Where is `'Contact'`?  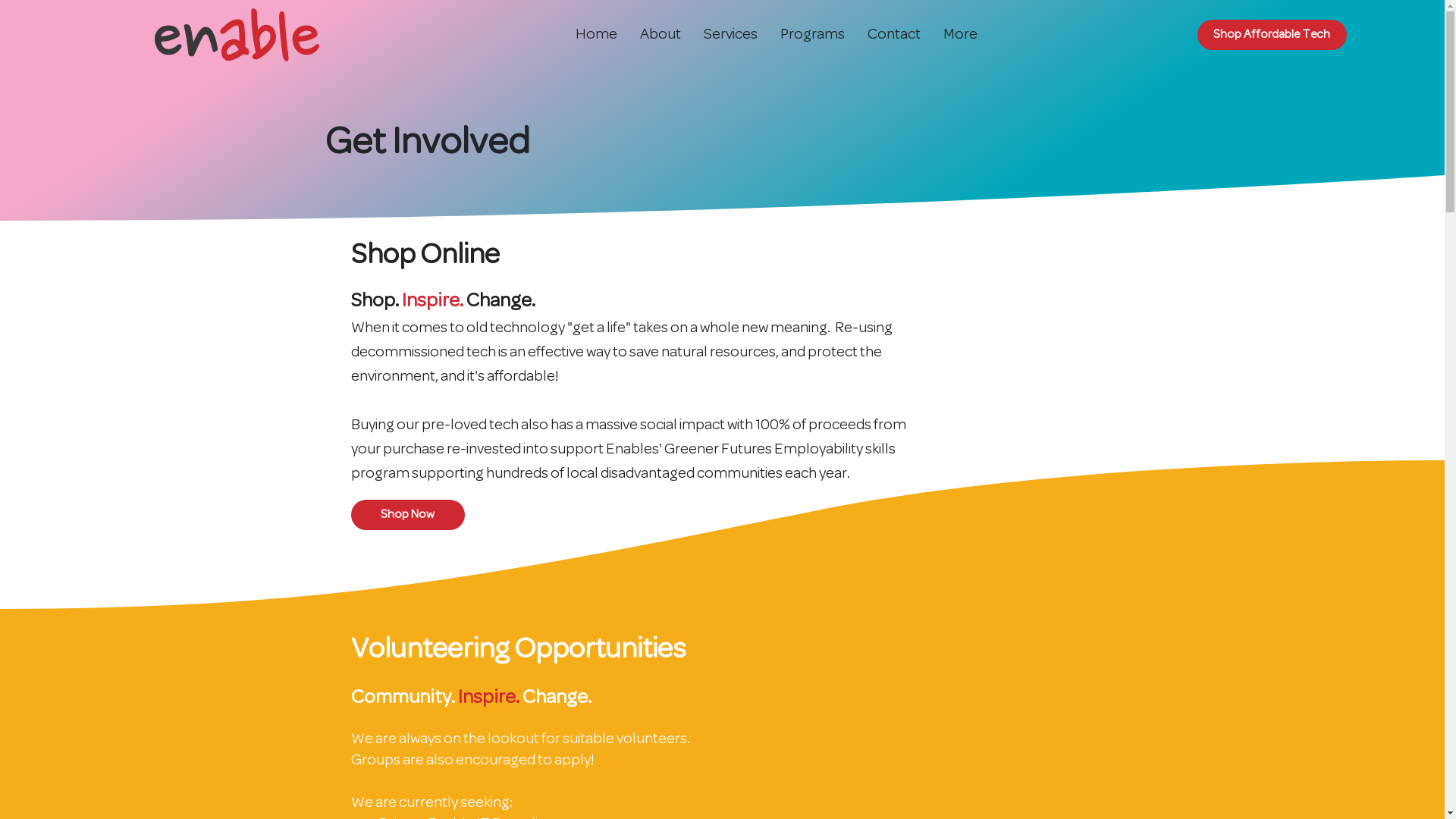 'Contact' is located at coordinates (855, 34).